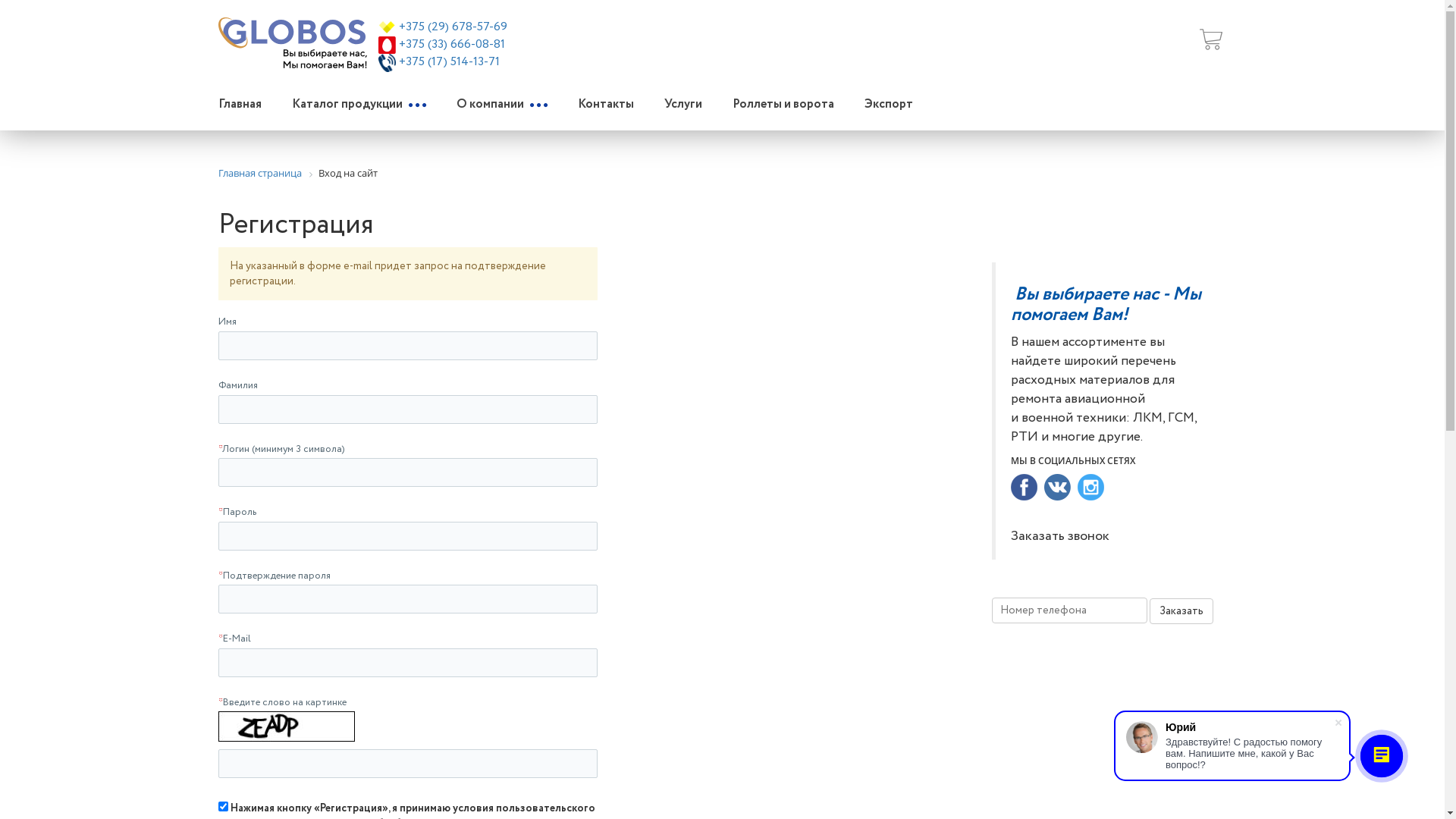 The width and height of the screenshot is (1456, 819). Describe the element at coordinates (450, 43) in the screenshot. I see `'+375 (33) 666-08-81'` at that location.